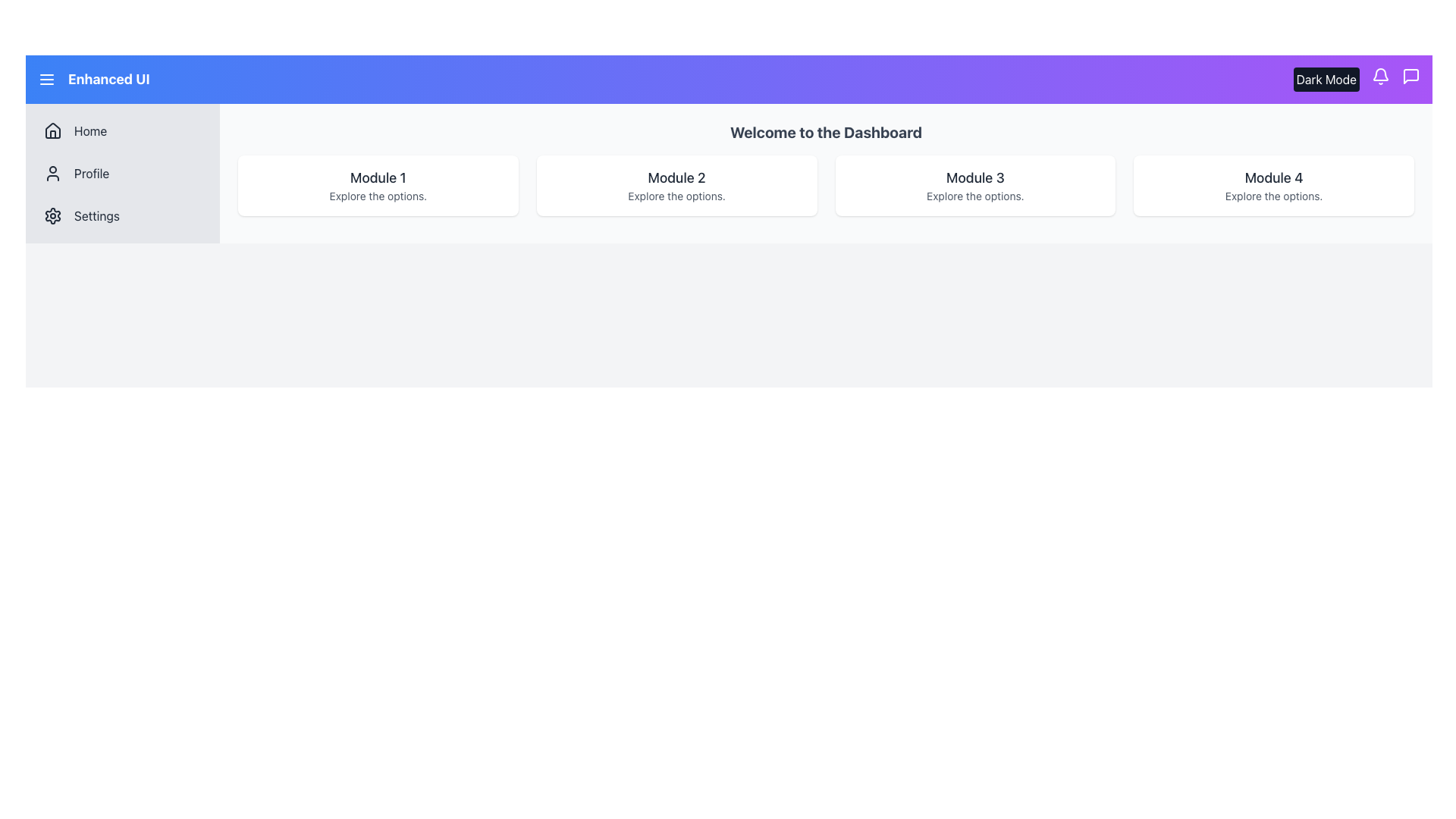  What do you see at coordinates (53, 130) in the screenshot?
I see `the 'Home' icon` at bounding box center [53, 130].